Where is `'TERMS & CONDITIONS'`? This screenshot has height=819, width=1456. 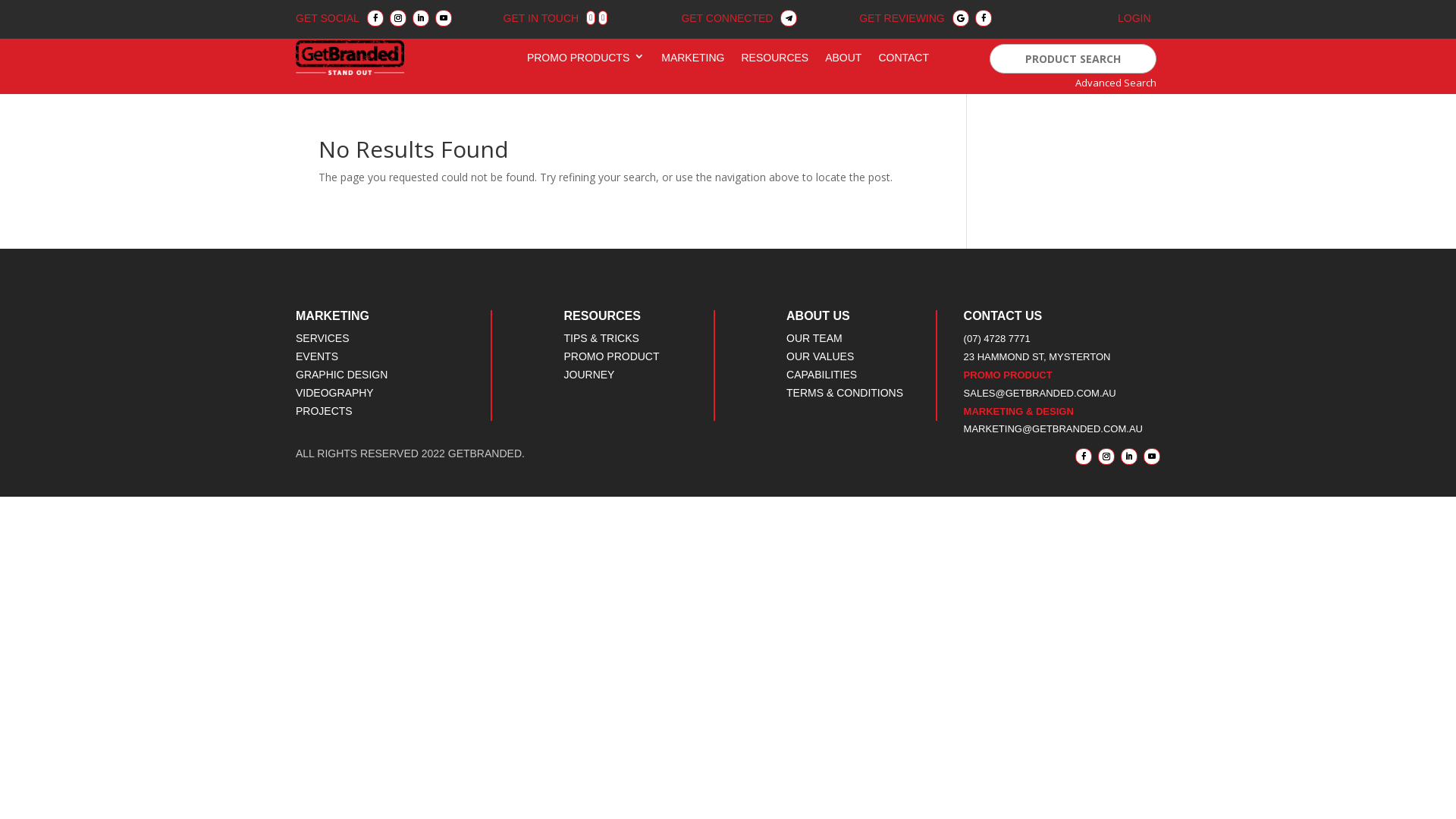 'TERMS & CONDITIONS' is located at coordinates (843, 391).